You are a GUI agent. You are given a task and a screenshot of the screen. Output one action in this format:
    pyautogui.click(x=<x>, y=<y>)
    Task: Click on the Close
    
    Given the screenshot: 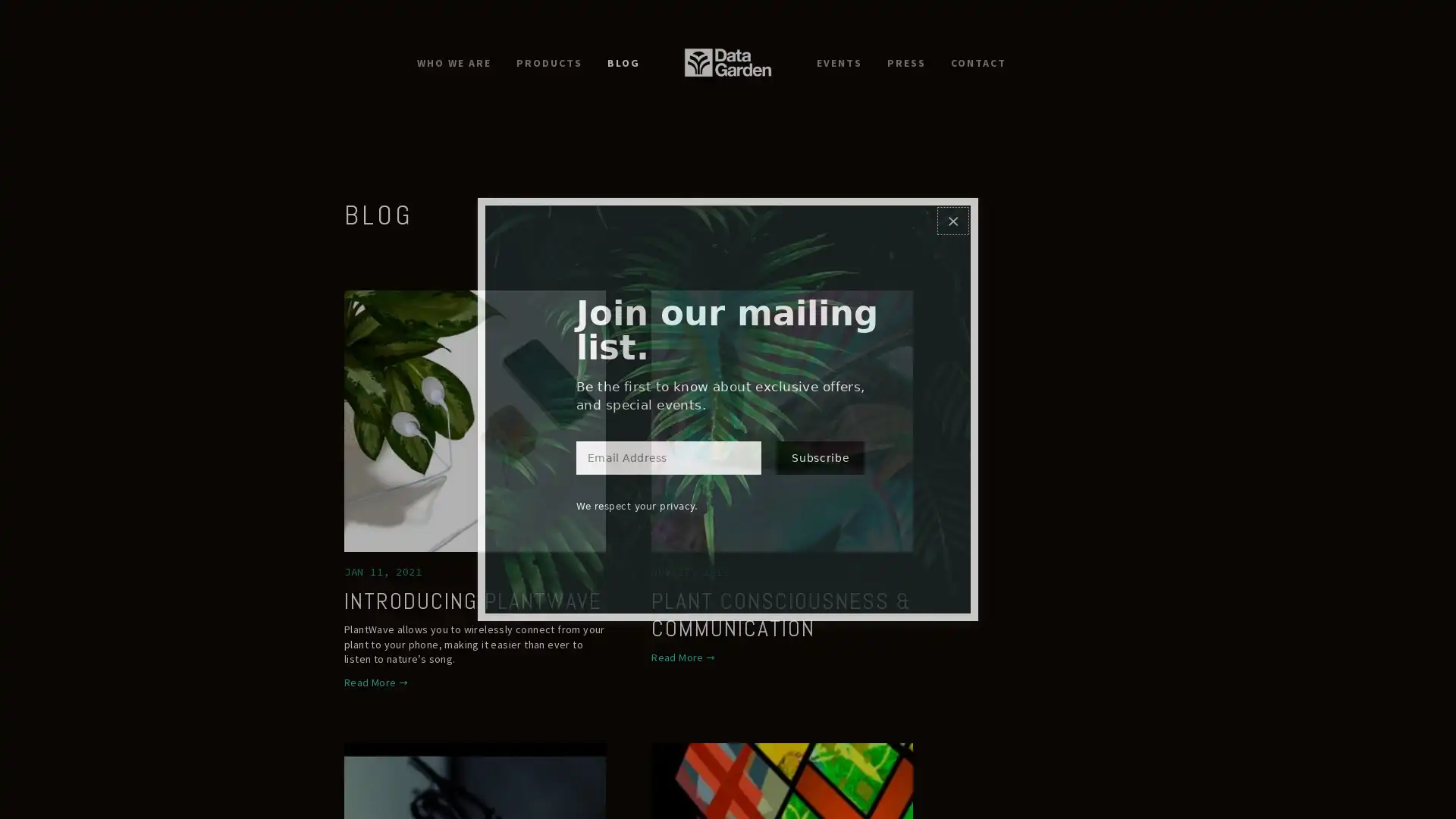 What is the action you would take?
    pyautogui.click(x=952, y=210)
    